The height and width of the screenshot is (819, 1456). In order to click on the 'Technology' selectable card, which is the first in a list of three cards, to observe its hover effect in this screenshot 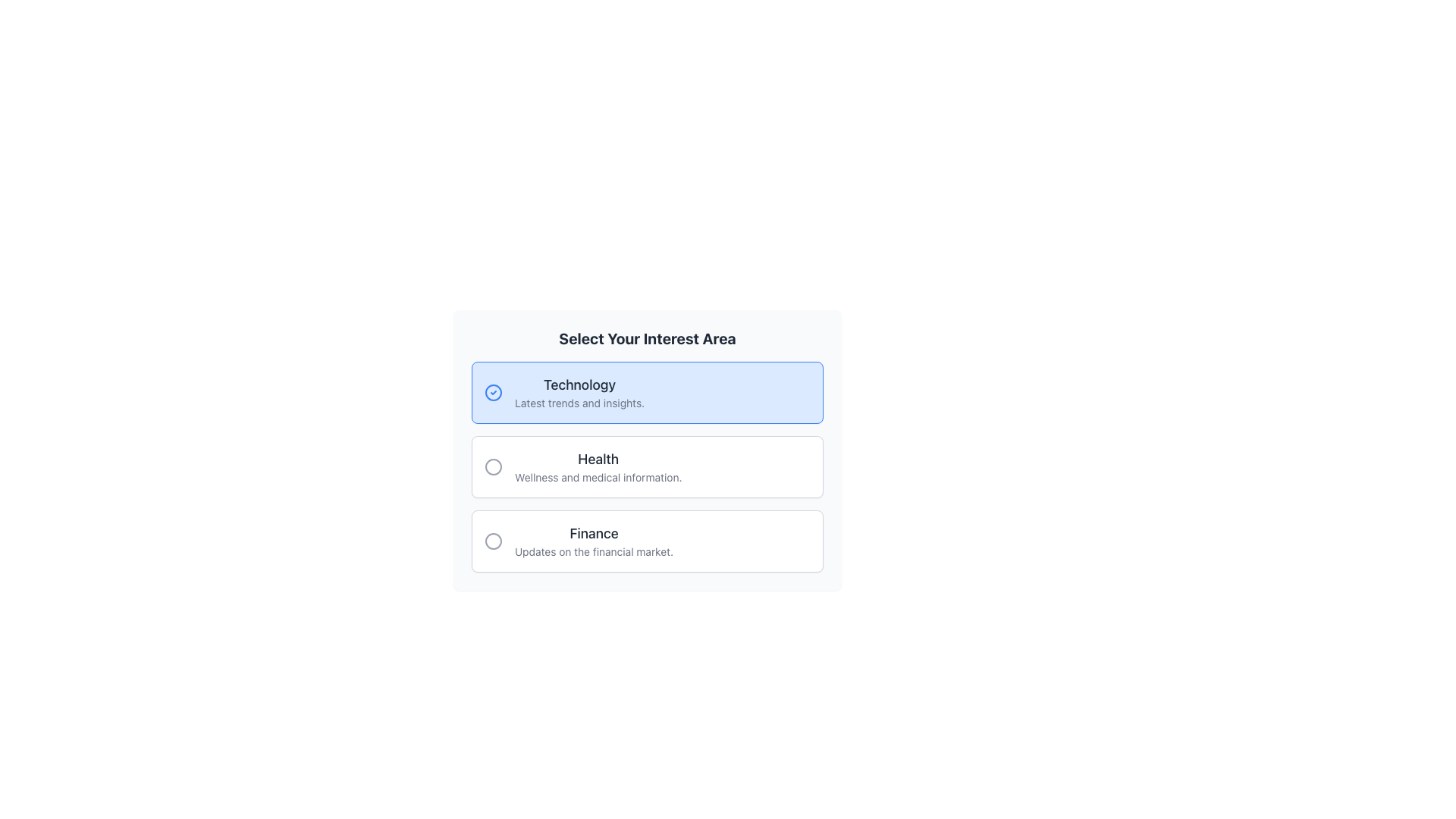, I will do `click(648, 391)`.